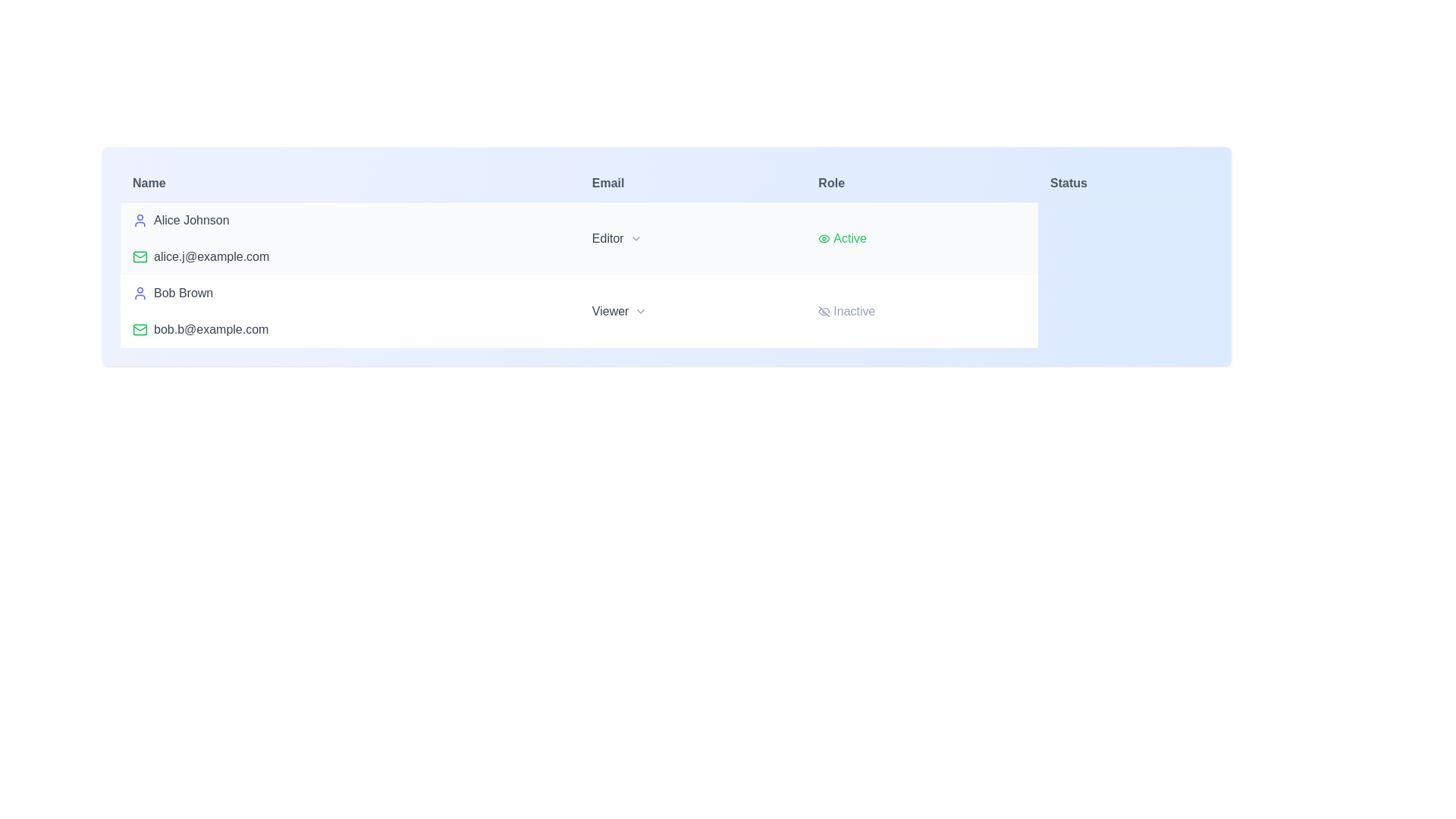 Image resolution: width=1456 pixels, height=819 pixels. Describe the element at coordinates (824, 239) in the screenshot. I see `the eye-shaped SVG icon outlined with a thin black stroke, located in the 'Role' column next to the 'Active' label in green text` at that location.